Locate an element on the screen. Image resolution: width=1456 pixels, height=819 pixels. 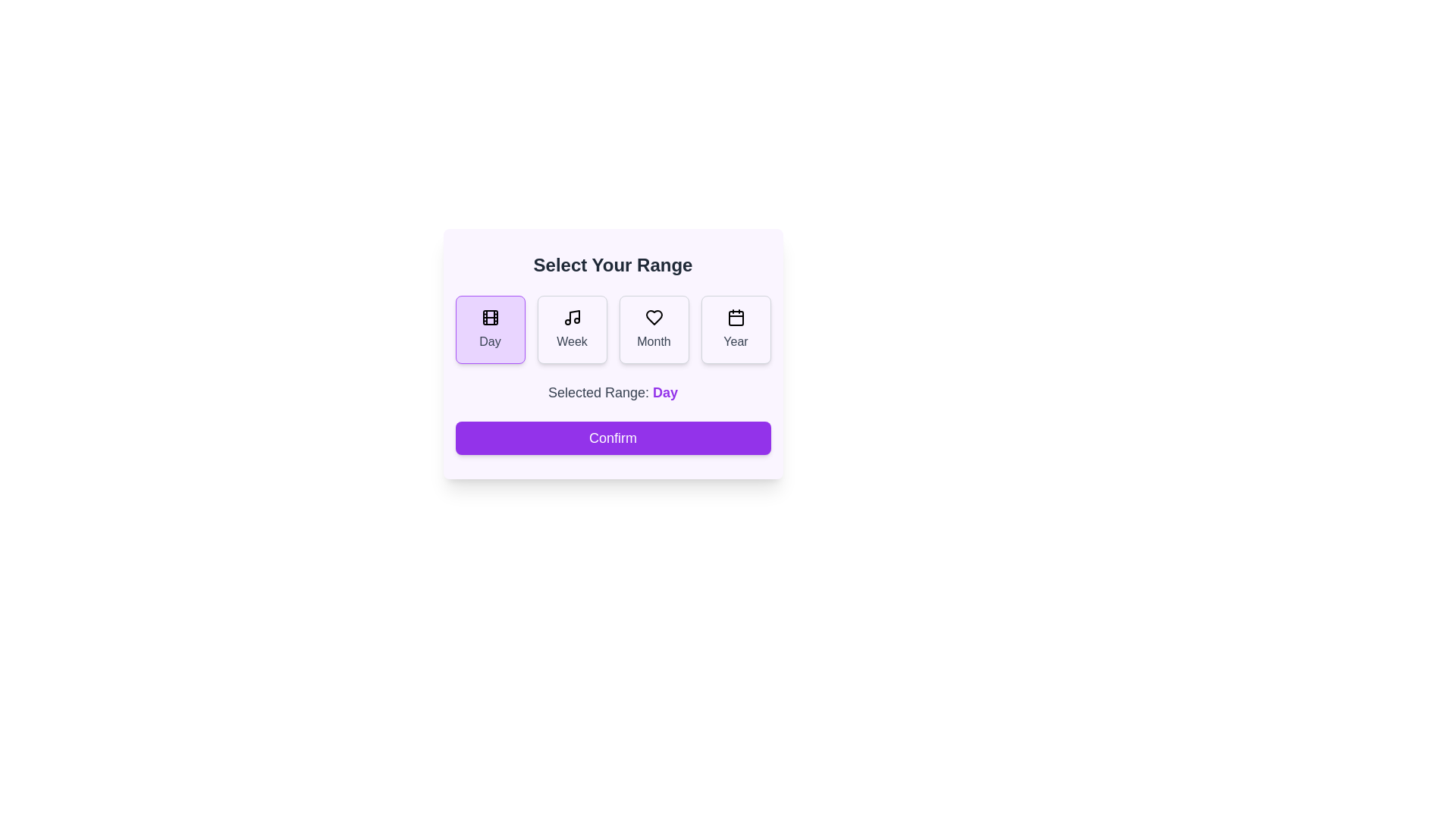
the film reel icon within the light purple 'Day' button is located at coordinates (490, 317).